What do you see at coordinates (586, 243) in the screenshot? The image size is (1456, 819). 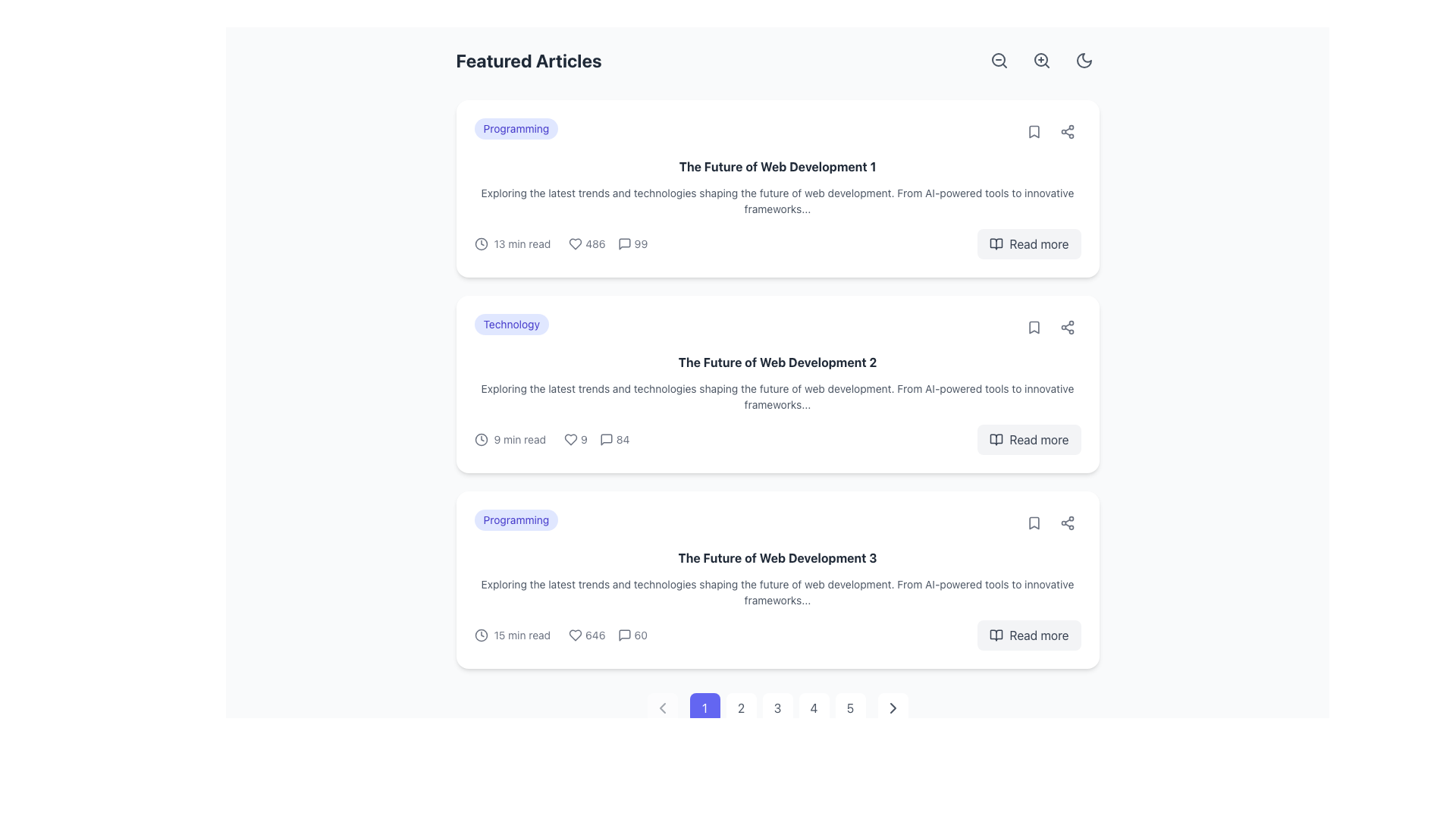 I see `the non-interactive text element displaying the count '486' with a heart icon, located on the top card in the list of articles` at bounding box center [586, 243].